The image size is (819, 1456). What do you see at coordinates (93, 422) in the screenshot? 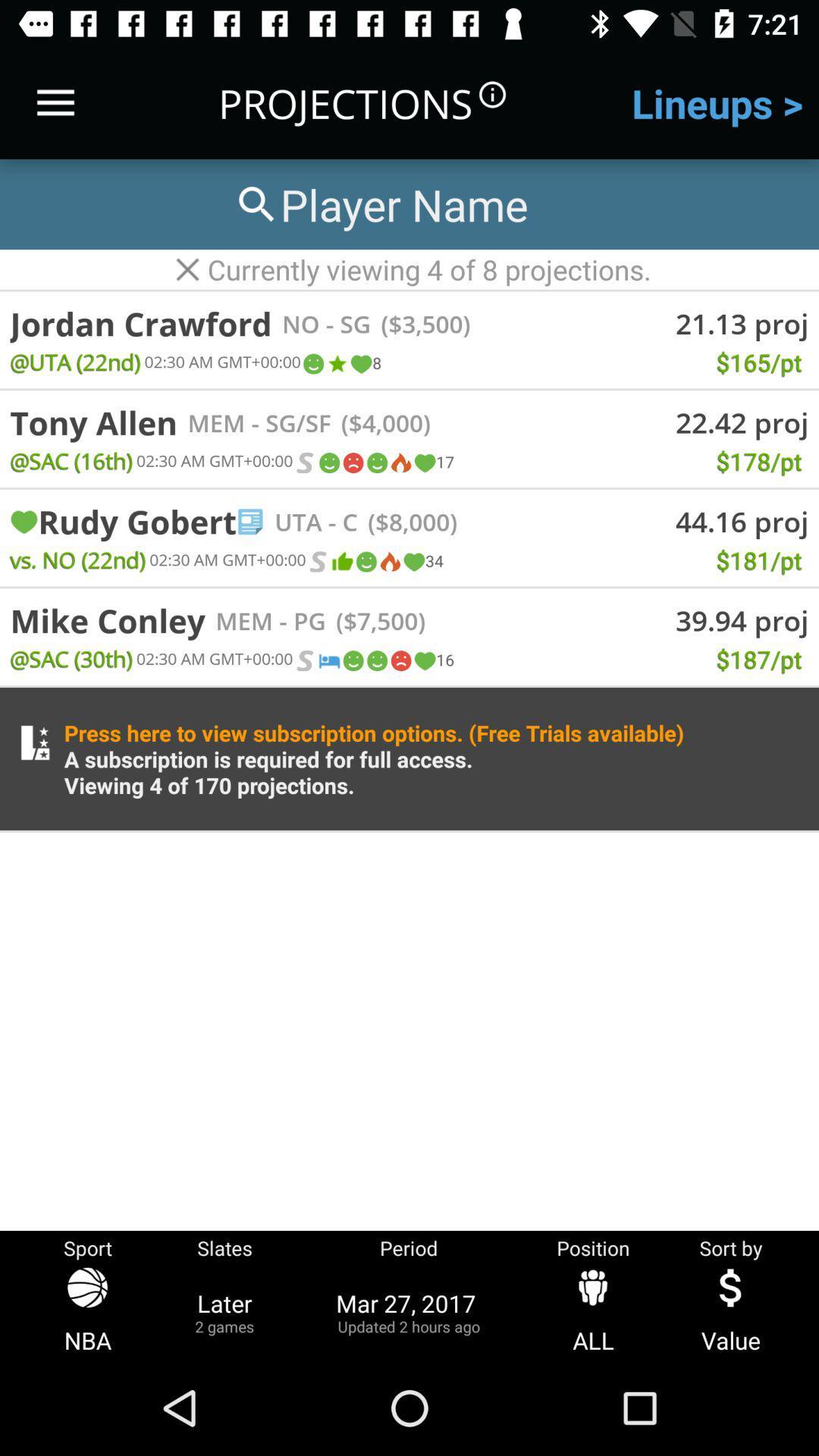
I see `icon above the @sac (16th) icon` at bounding box center [93, 422].